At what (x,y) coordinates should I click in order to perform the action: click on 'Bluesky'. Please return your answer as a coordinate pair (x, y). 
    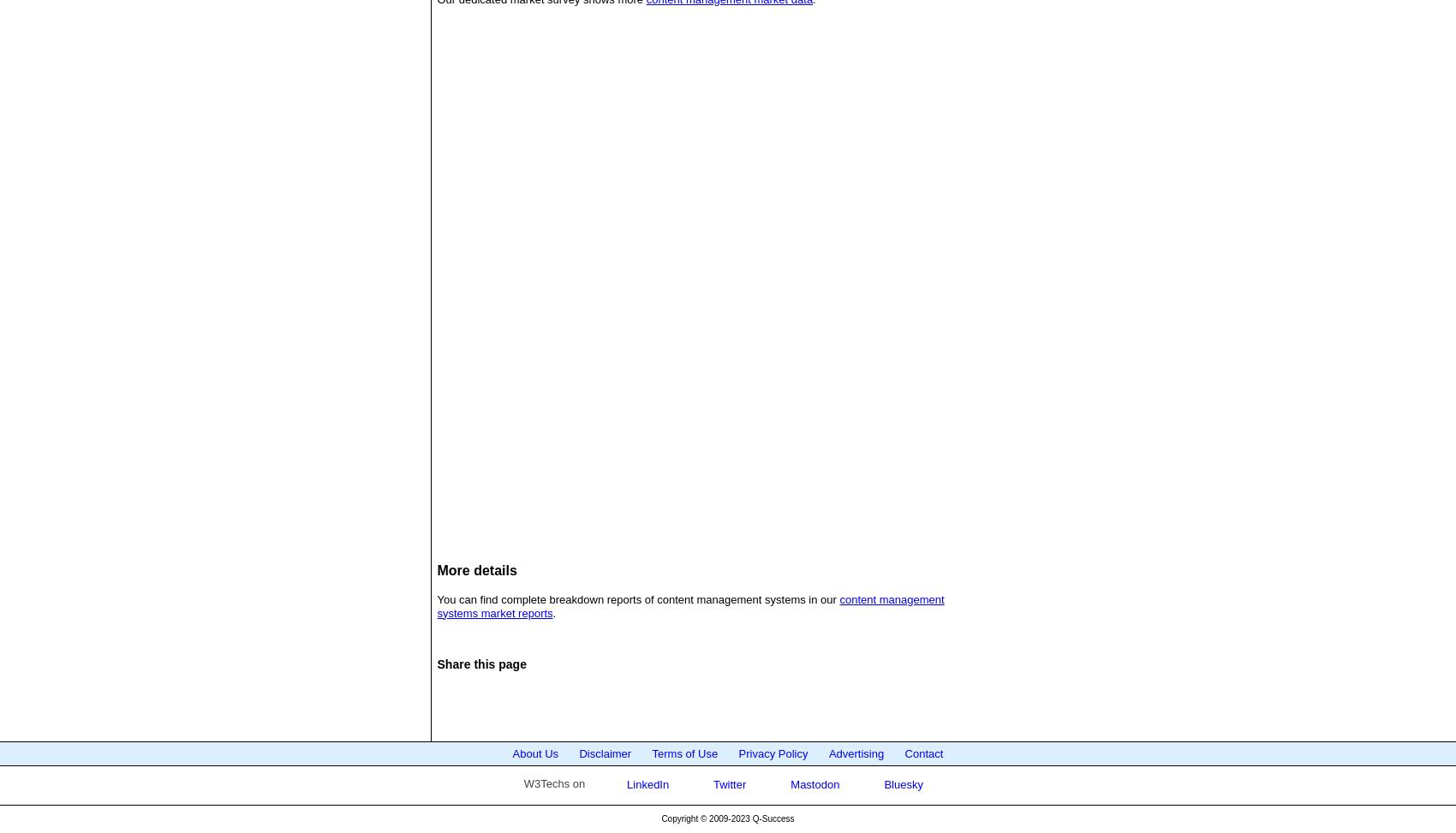
    Looking at the image, I should click on (900, 782).